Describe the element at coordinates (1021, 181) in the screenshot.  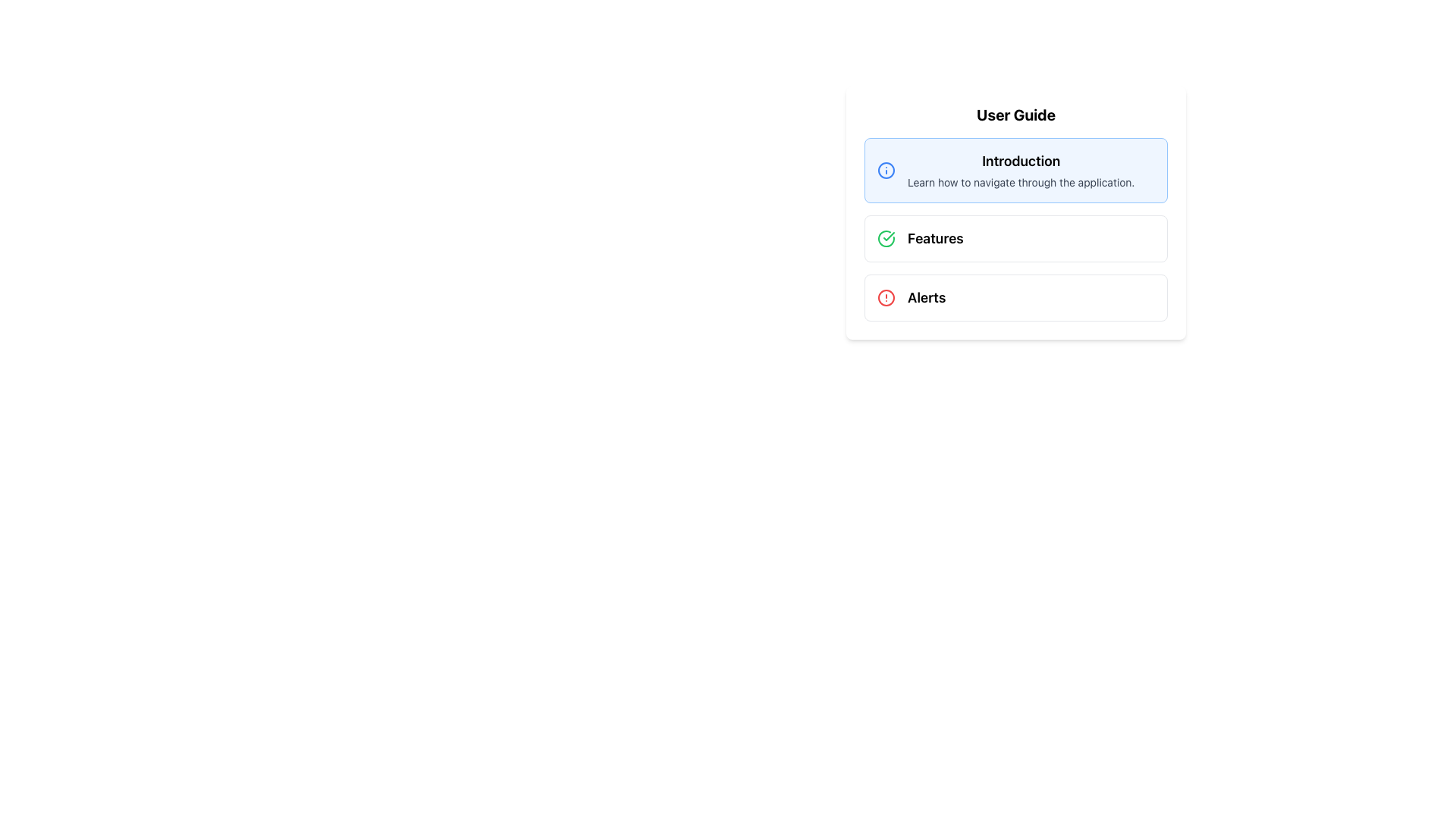
I see `the static text element providing descriptive information related to the 'Introduction' section, located below the bold text labeled 'Introduction' in the user guide` at that location.